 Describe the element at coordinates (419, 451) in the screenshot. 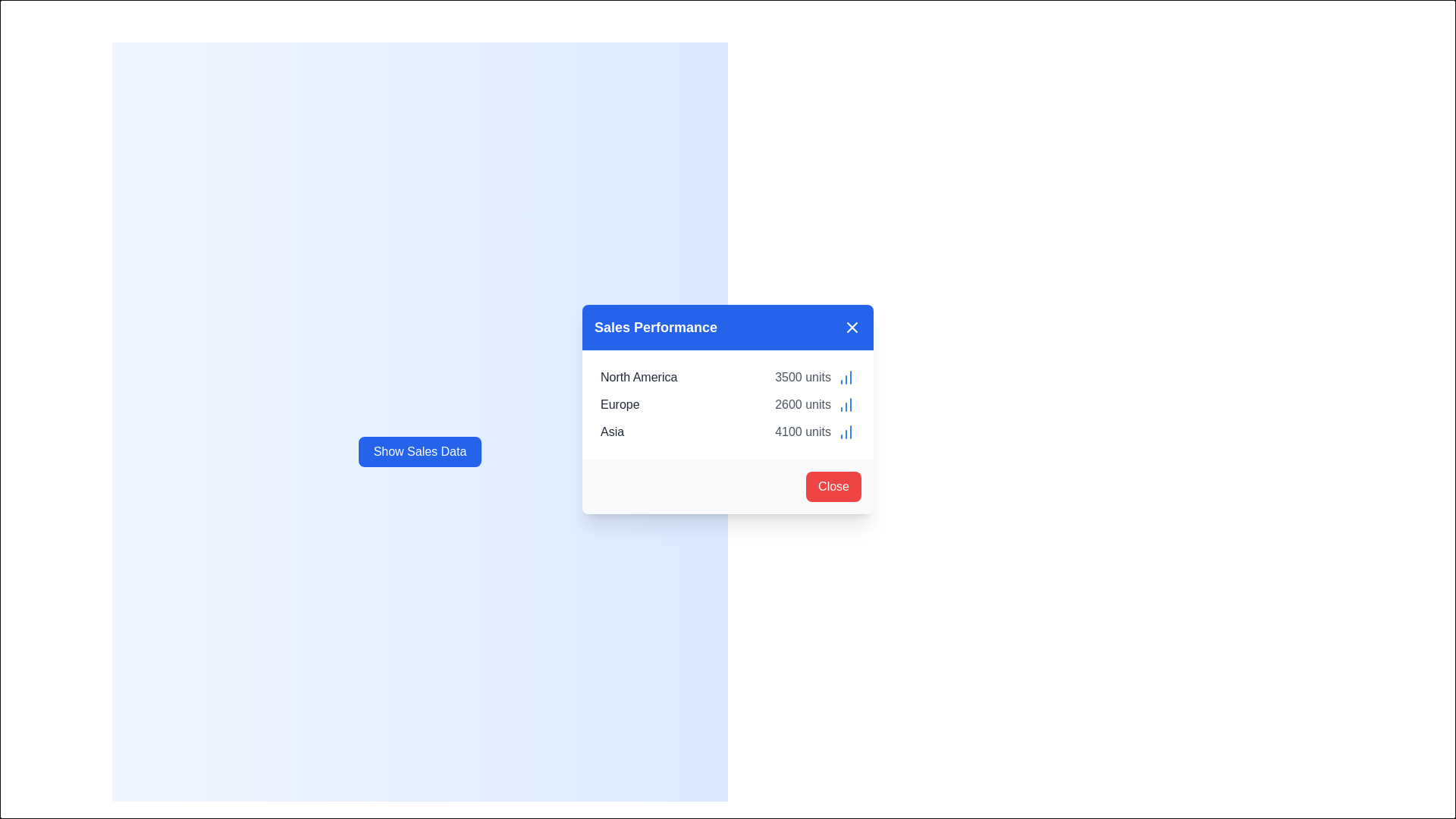

I see `the 'Show Sales Data' button to open the sales data dialog` at that location.